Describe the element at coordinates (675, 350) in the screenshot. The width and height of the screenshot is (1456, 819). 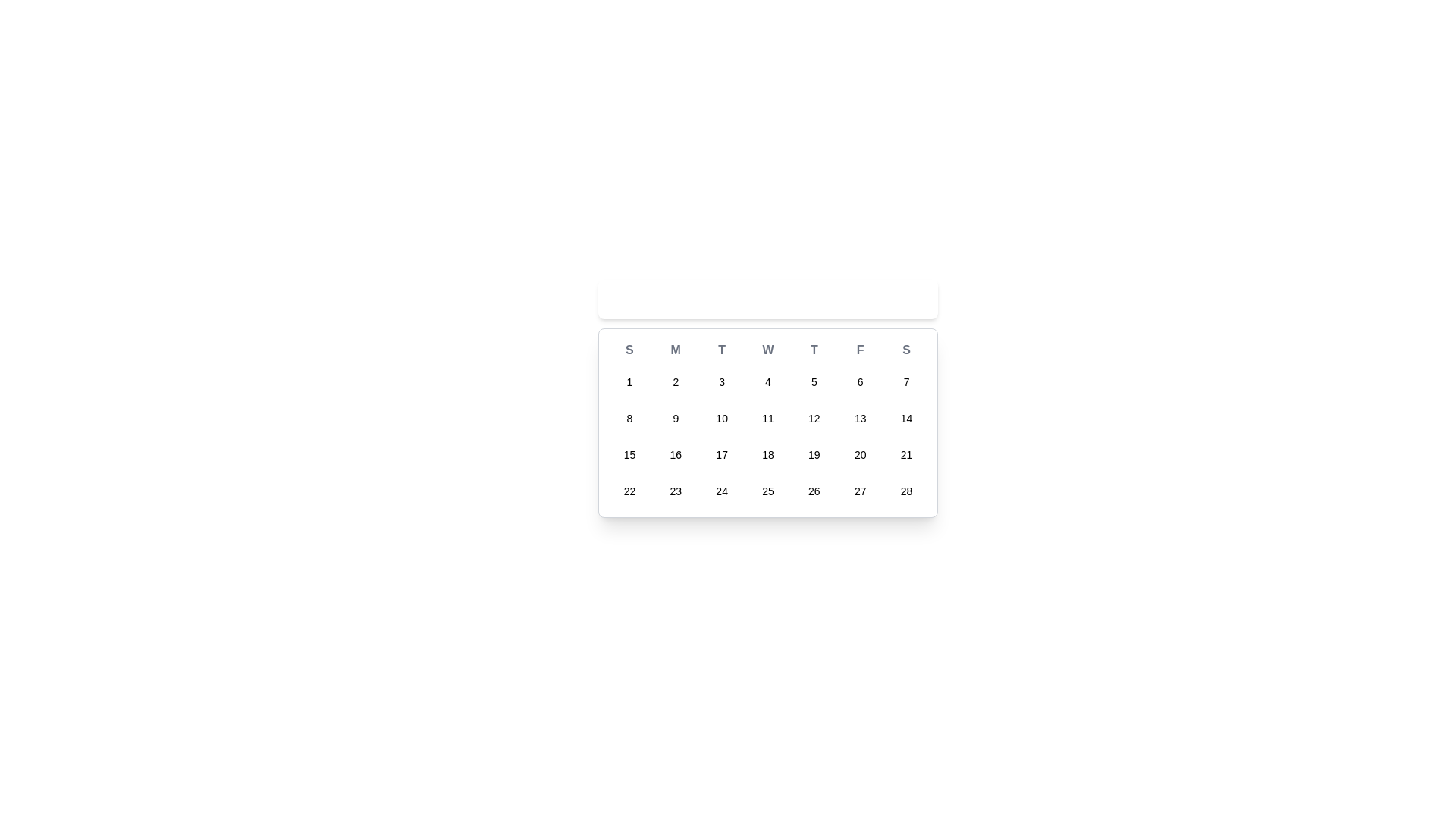
I see `the static text element indicating 'M' for Monday in the calendar representation, which is positioned directly to the right of 'S'` at that location.